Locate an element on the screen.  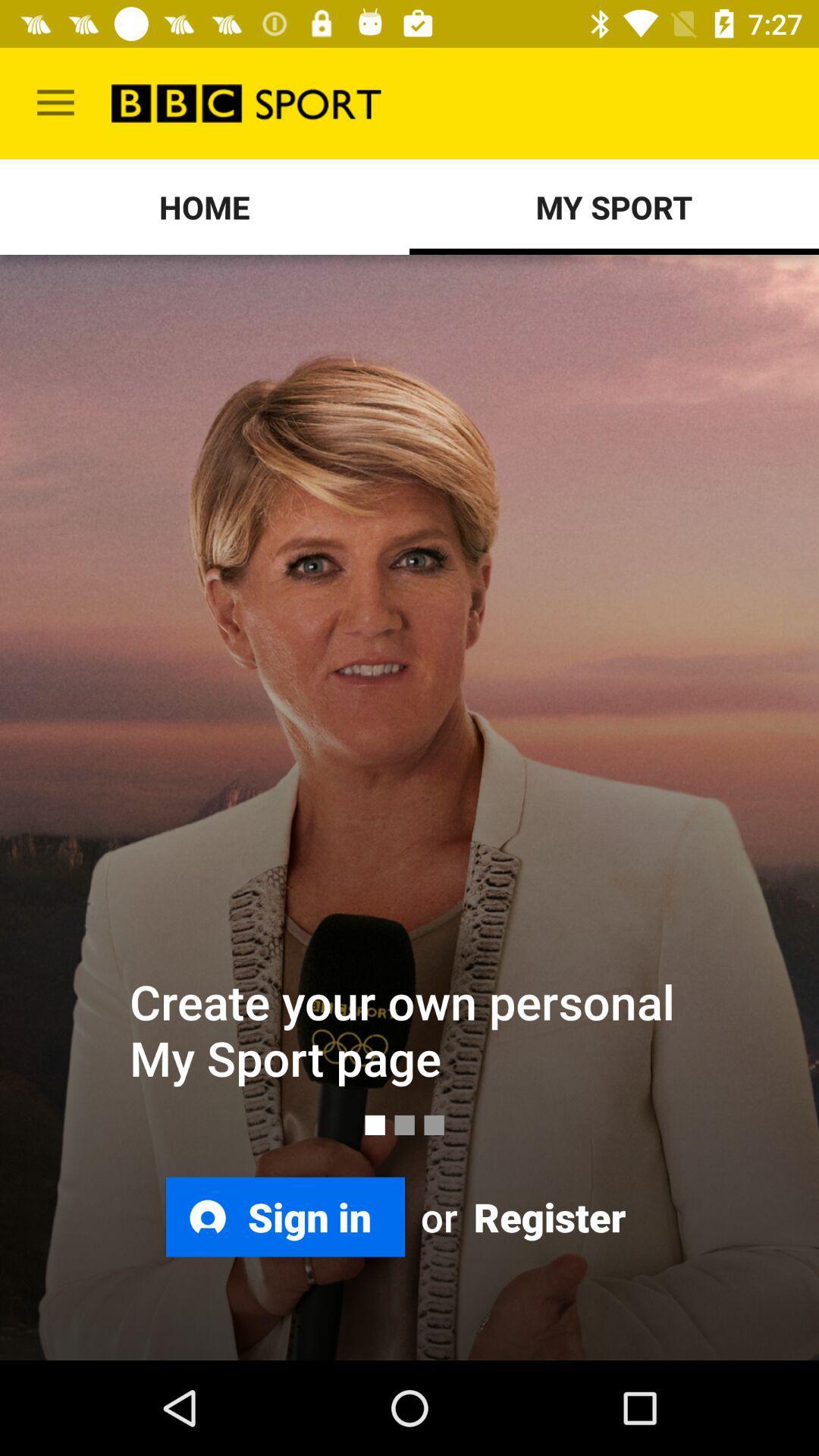
item to the right of the or icon is located at coordinates (547, 1216).